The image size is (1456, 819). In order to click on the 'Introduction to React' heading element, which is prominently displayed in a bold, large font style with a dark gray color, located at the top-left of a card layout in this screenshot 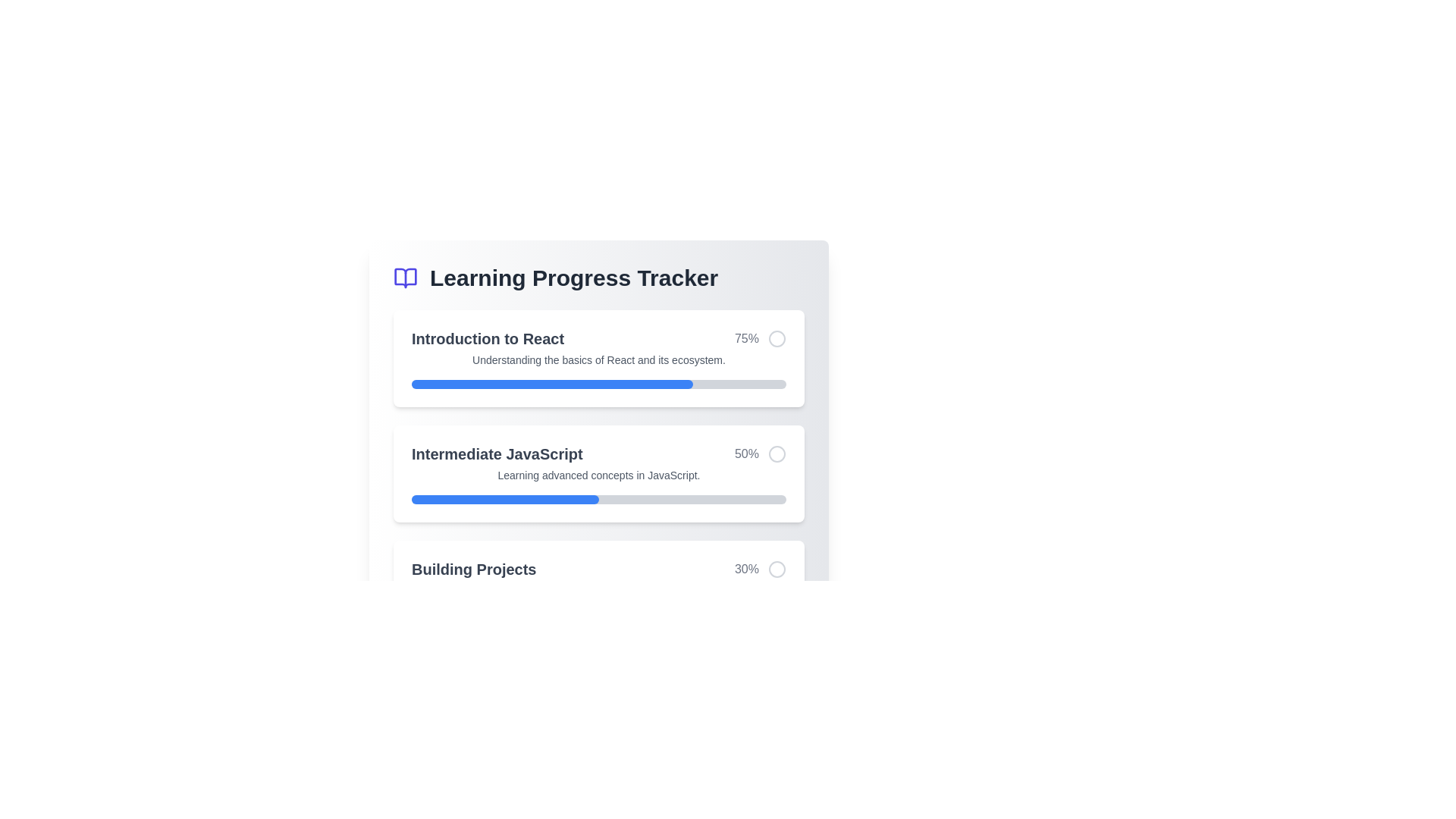, I will do `click(488, 338)`.